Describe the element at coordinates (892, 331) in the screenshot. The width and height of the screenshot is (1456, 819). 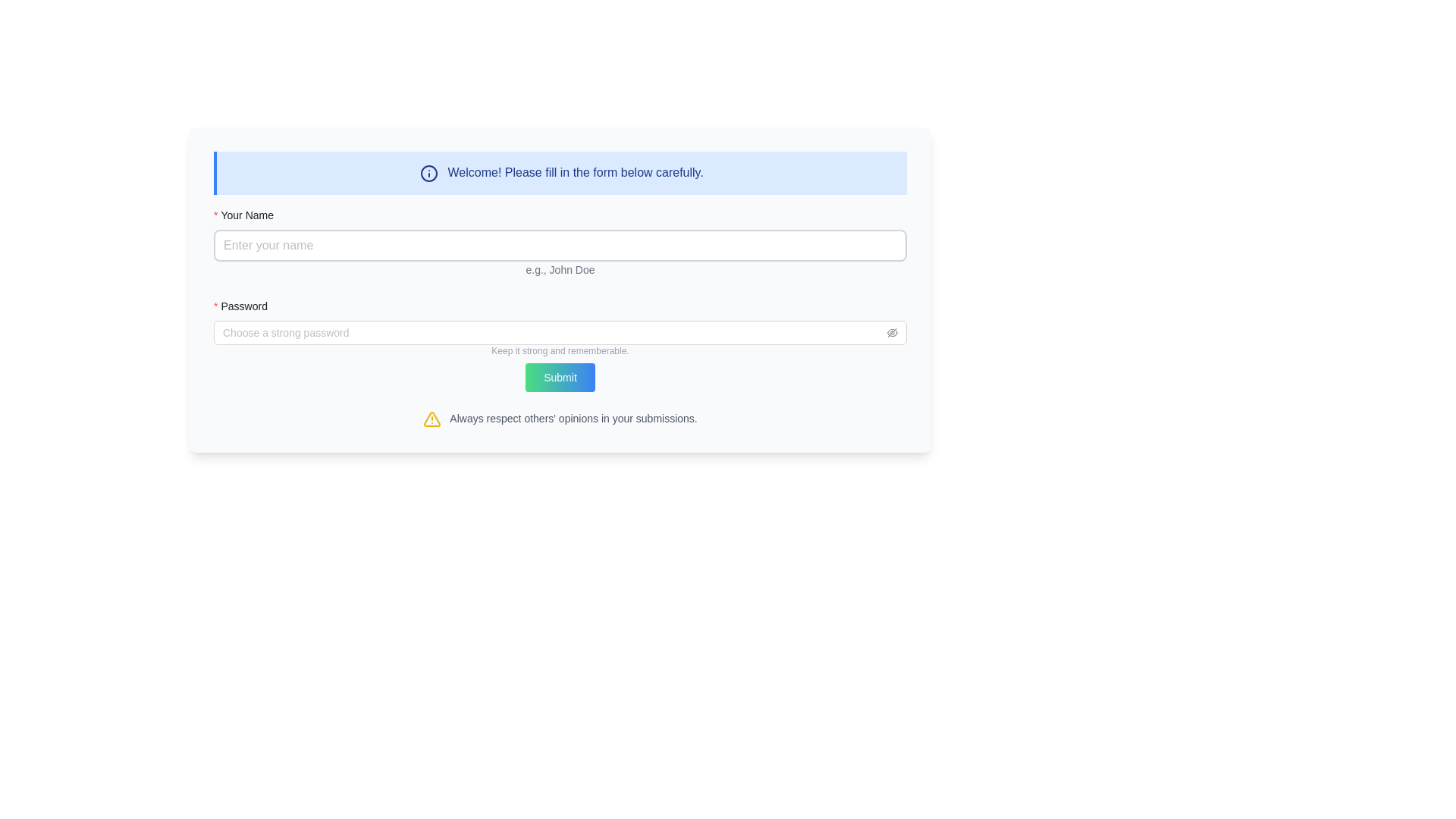
I see `the small red 'eye' icon with a strikethrough, indicating a concealed state, located inside the password input field to the right side` at that location.